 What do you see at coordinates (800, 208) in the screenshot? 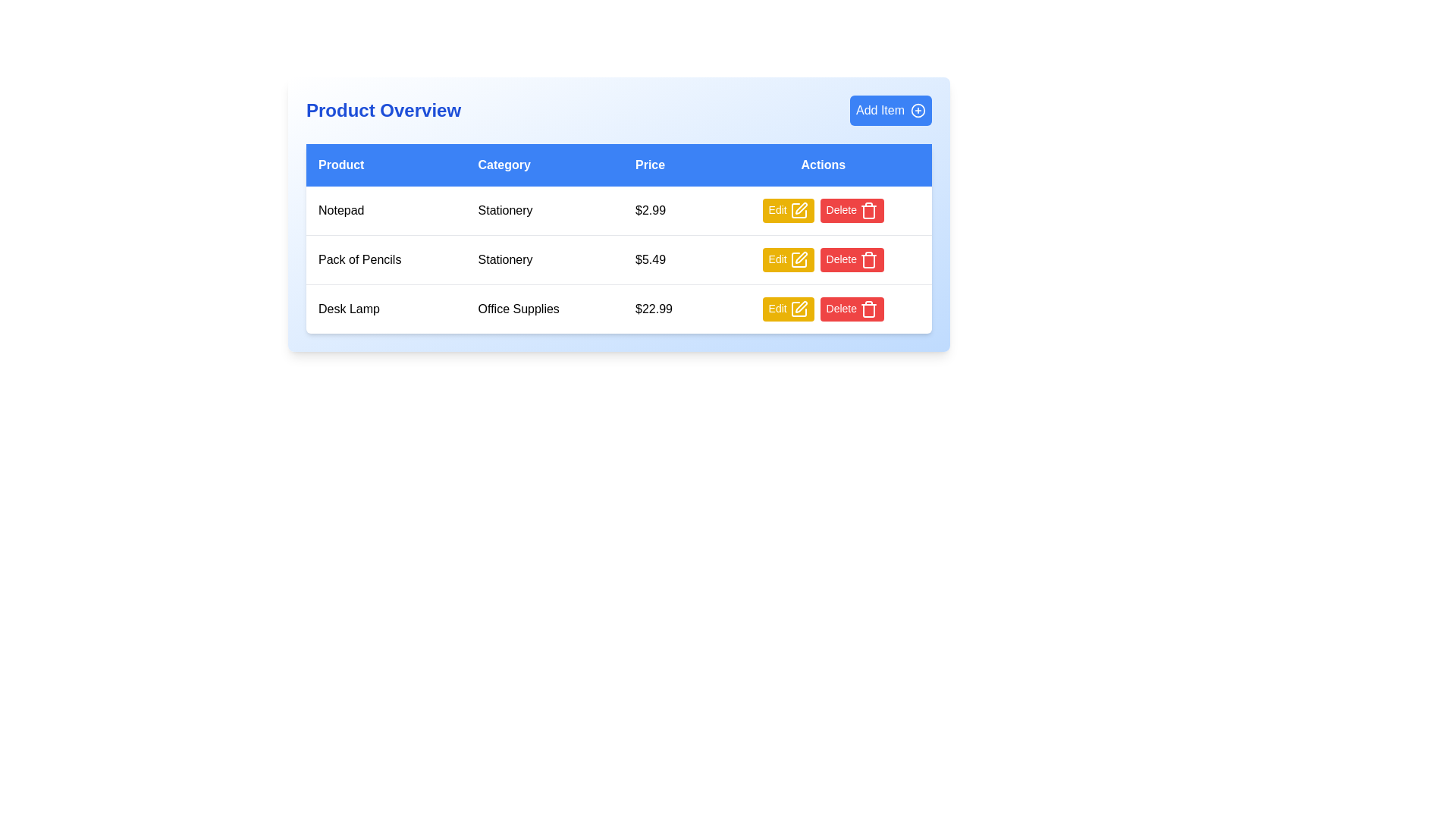
I see `the edit icon within the button in the 'Actions' column of the table for the first row corresponding to the 'Notepad' item` at bounding box center [800, 208].